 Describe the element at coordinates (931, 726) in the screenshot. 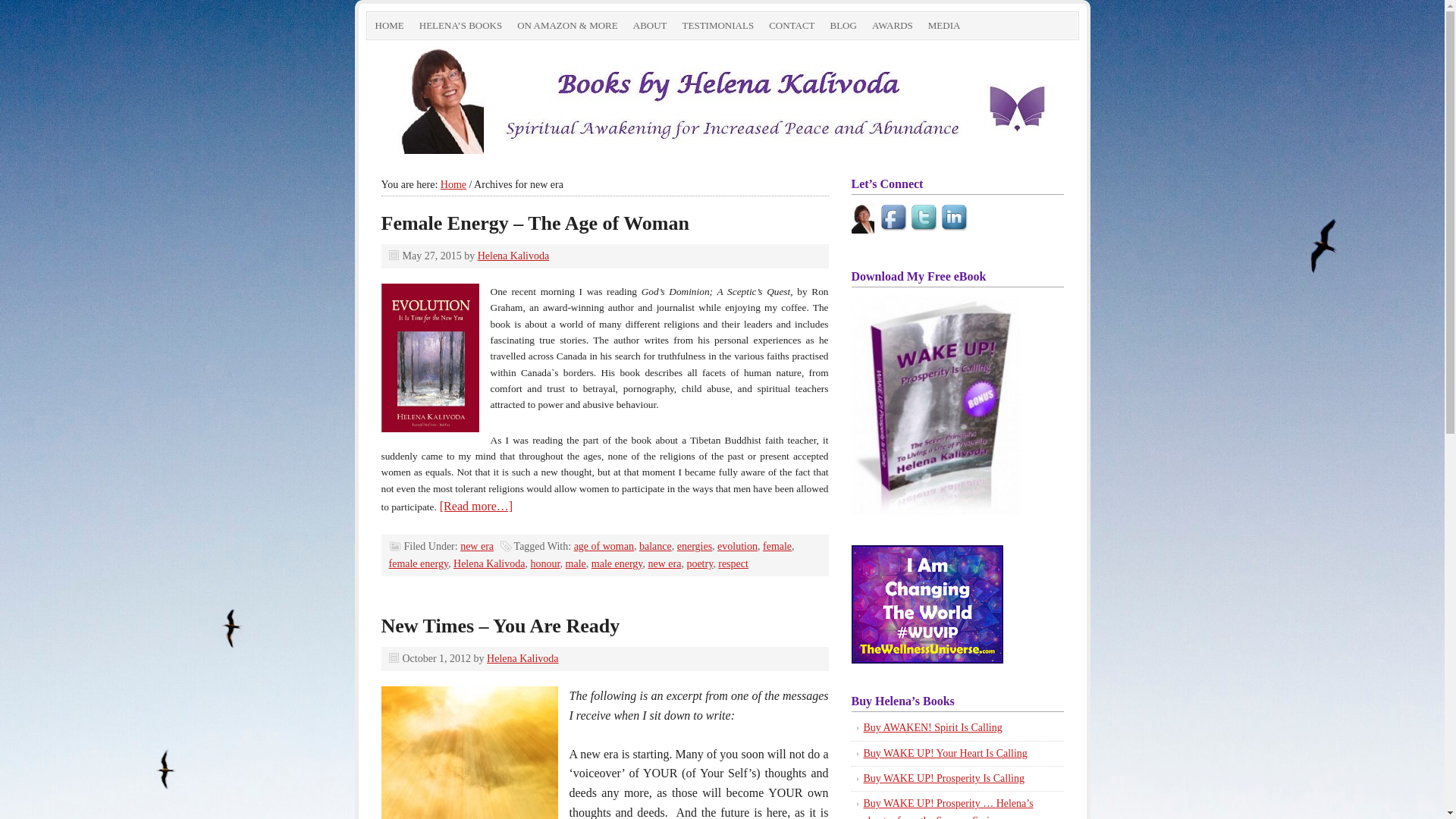

I see `'Buy AWAKEN! Spirit Is Calling'` at that location.